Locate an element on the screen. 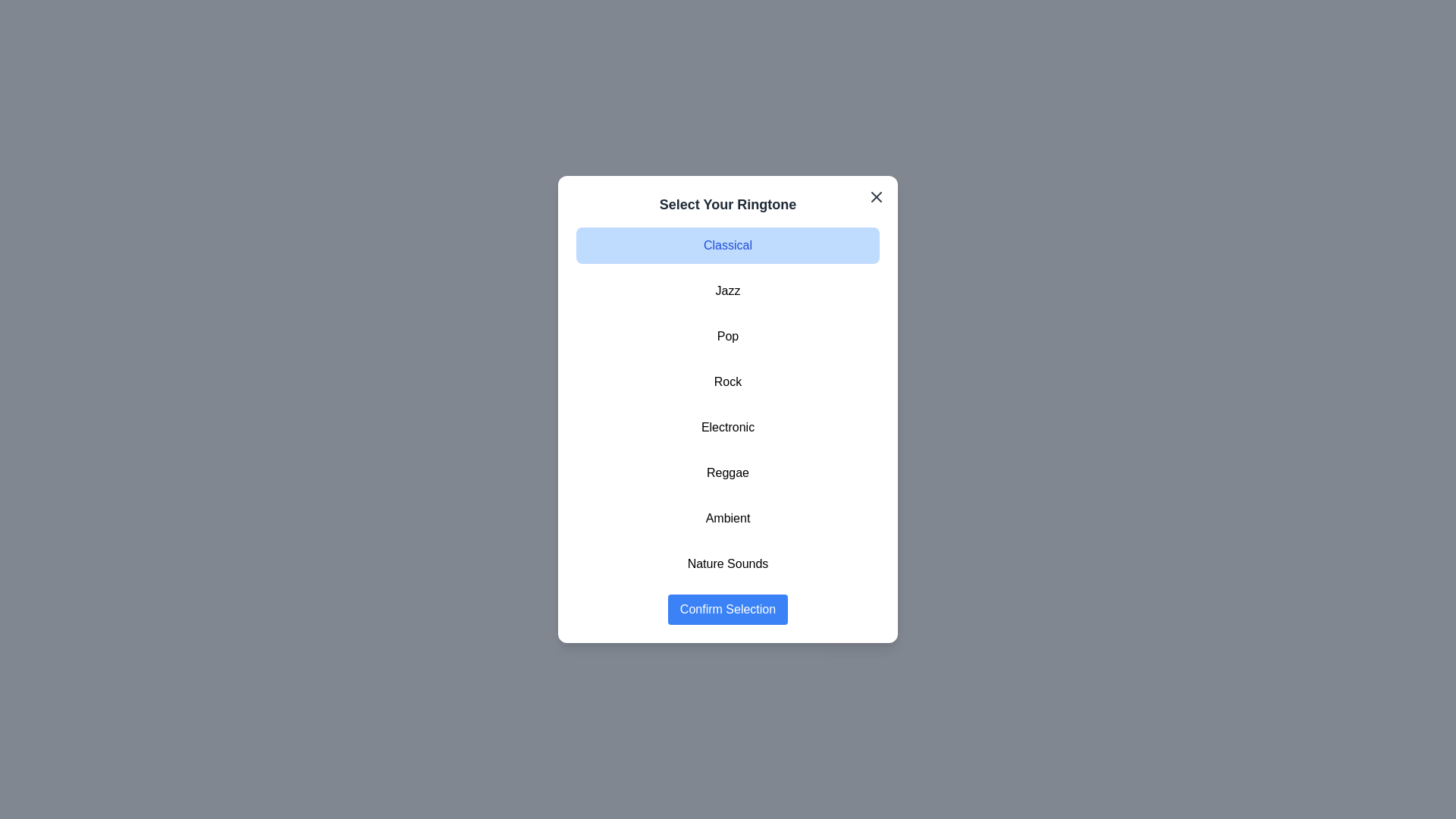 The width and height of the screenshot is (1456, 819). the ringtone Classical from the list is located at coordinates (728, 245).